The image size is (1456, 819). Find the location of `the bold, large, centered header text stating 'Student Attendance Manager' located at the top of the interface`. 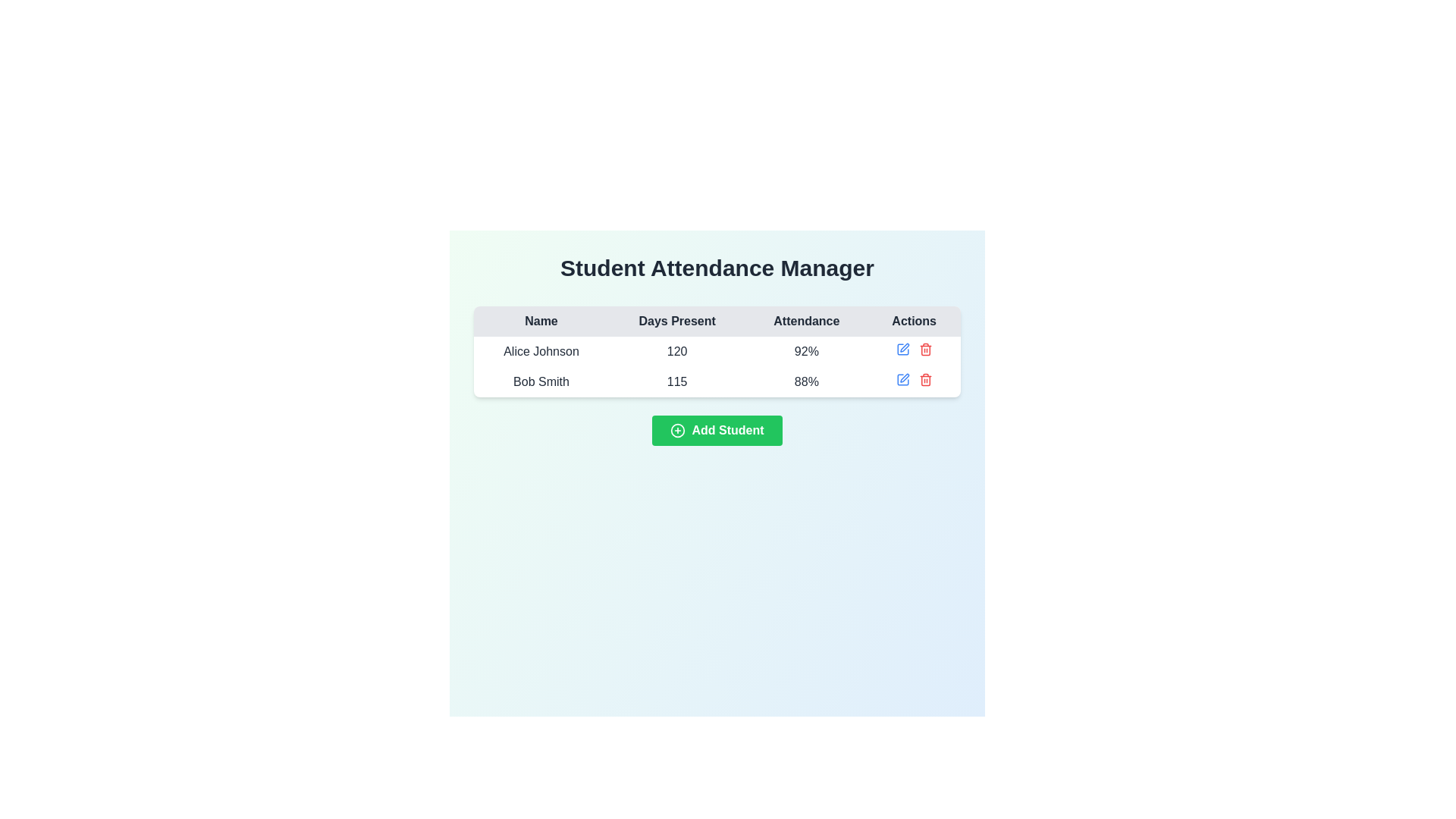

the bold, large, centered header text stating 'Student Attendance Manager' located at the top of the interface is located at coordinates (716, 268).